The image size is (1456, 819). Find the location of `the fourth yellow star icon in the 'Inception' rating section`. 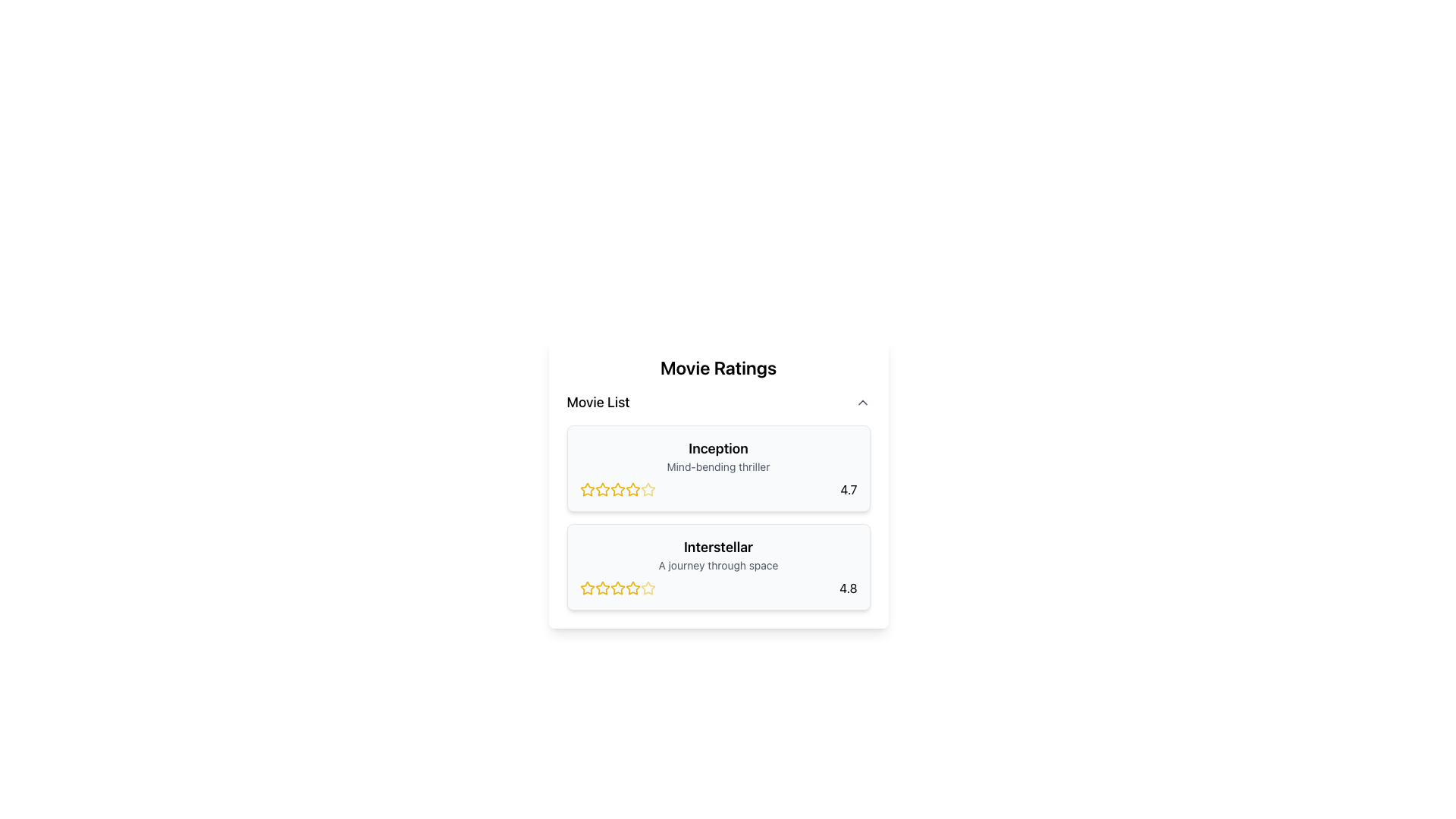

the fourth yellow star icon in the 'Inception' rating section is located at coordinates (648, 489).